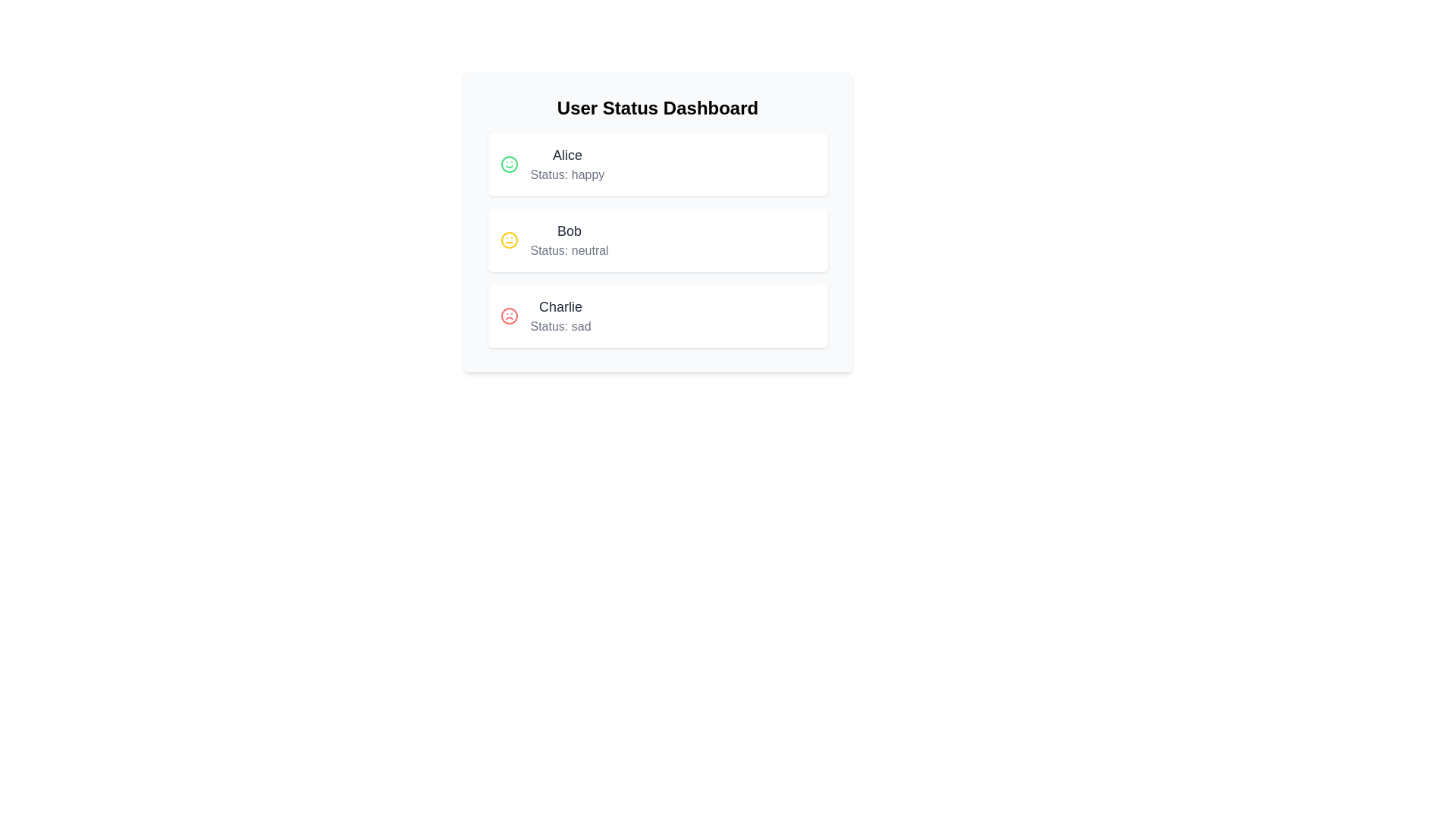  What do you see at coordinates (509, 239) in the screenshot?
I see `the SVG circle element representing a neutral status in the second user status card by moving the mouse to its center point` at bounding box center [509, 239].